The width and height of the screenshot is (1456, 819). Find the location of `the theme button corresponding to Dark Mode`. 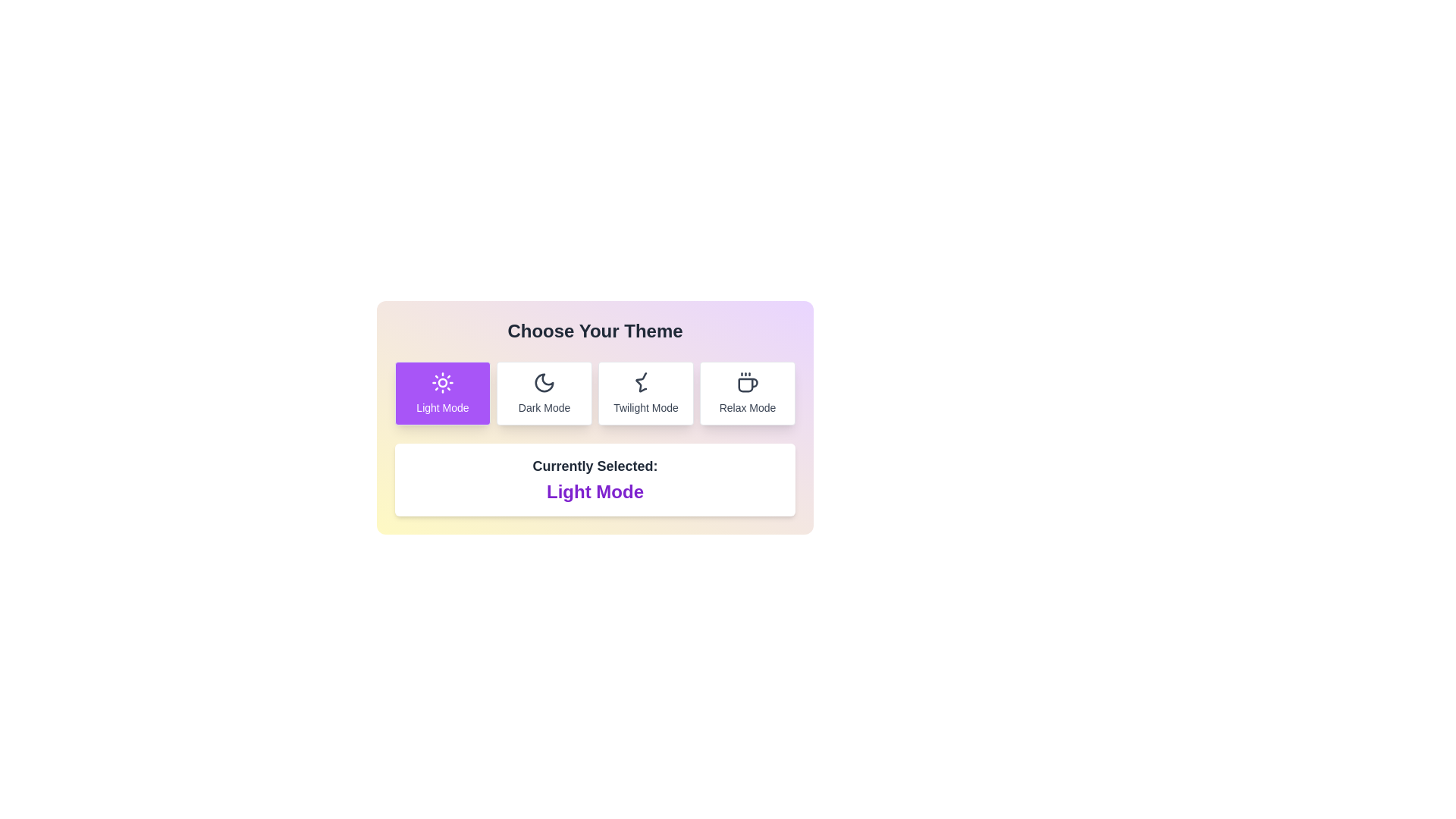

the theme button corresponding to Dark Mode is located at coordinates (544, 393).